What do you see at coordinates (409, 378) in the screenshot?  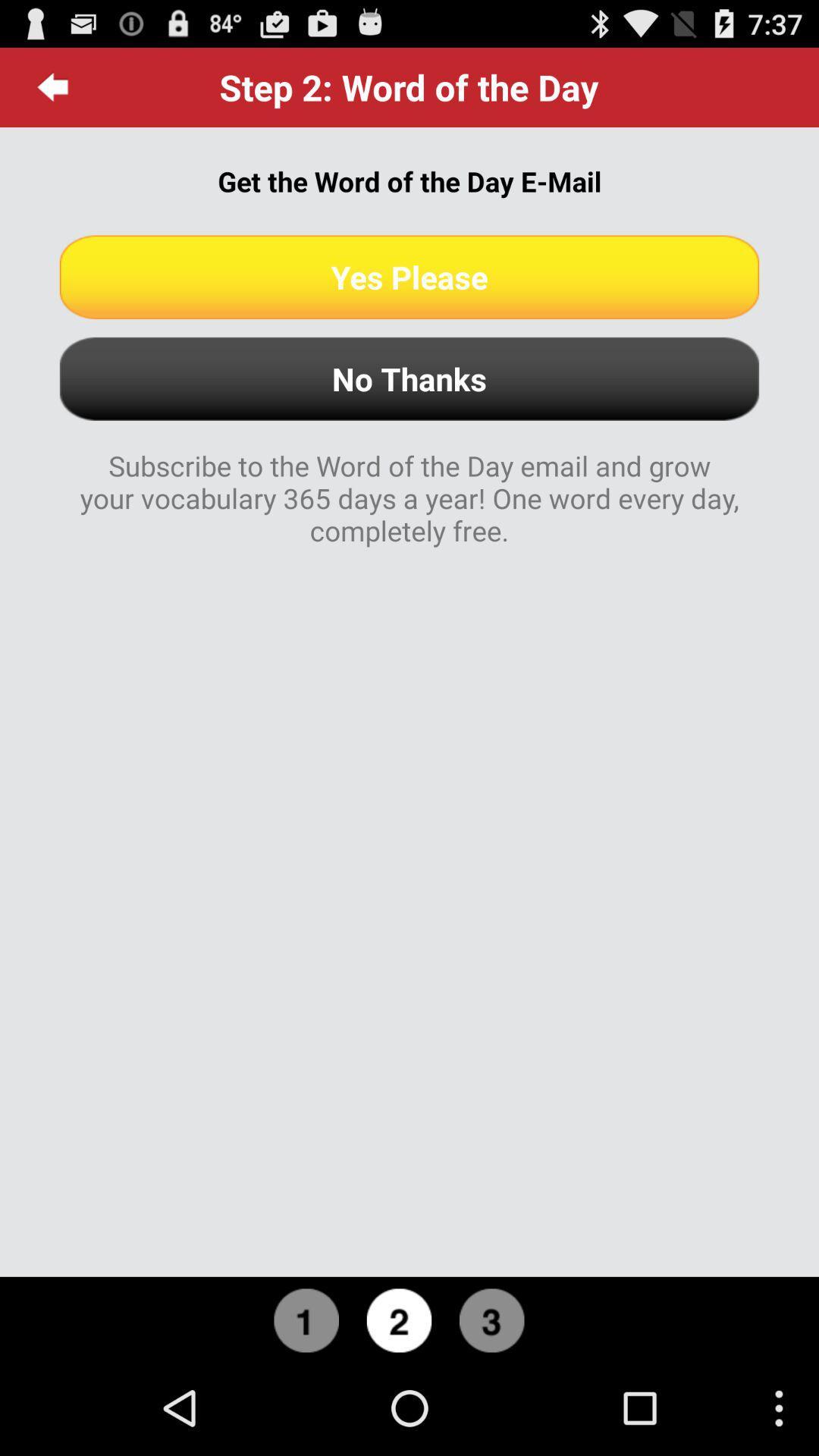 I see `app above subscribe to the icon` at bounding box center [409, 378].